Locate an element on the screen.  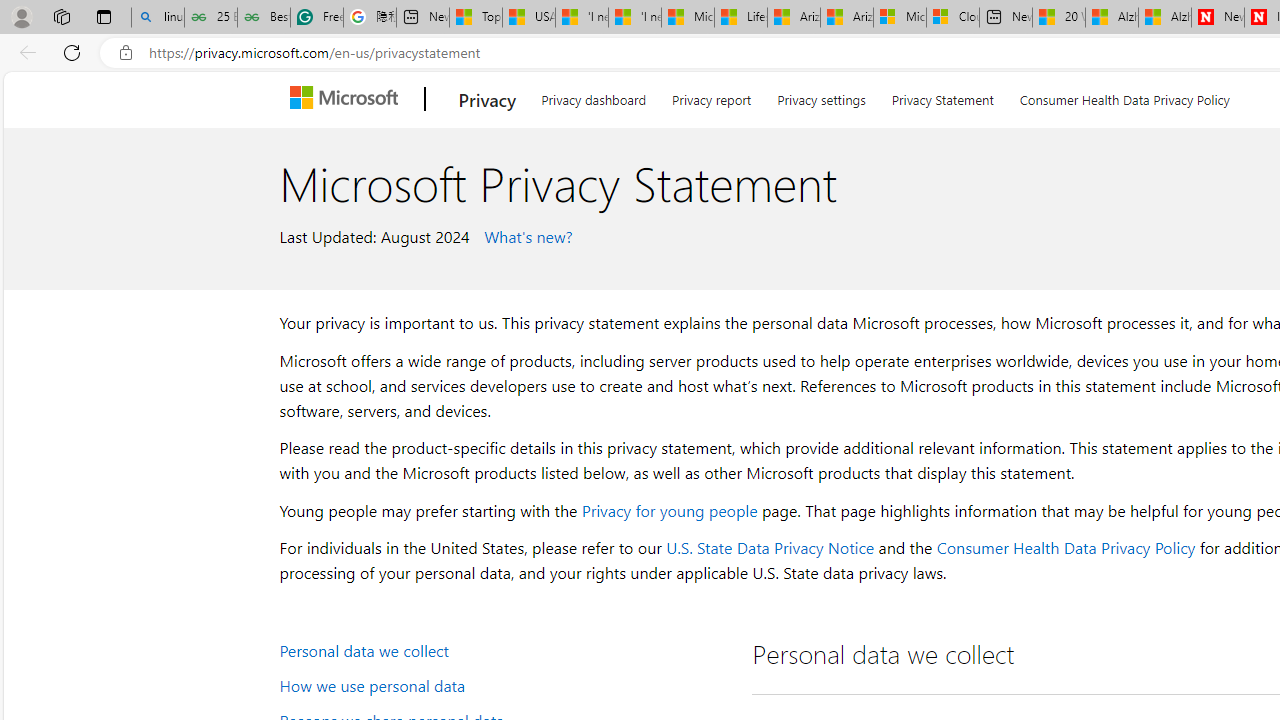
'Privacy dashboard' is located at coordinates (592, 96).